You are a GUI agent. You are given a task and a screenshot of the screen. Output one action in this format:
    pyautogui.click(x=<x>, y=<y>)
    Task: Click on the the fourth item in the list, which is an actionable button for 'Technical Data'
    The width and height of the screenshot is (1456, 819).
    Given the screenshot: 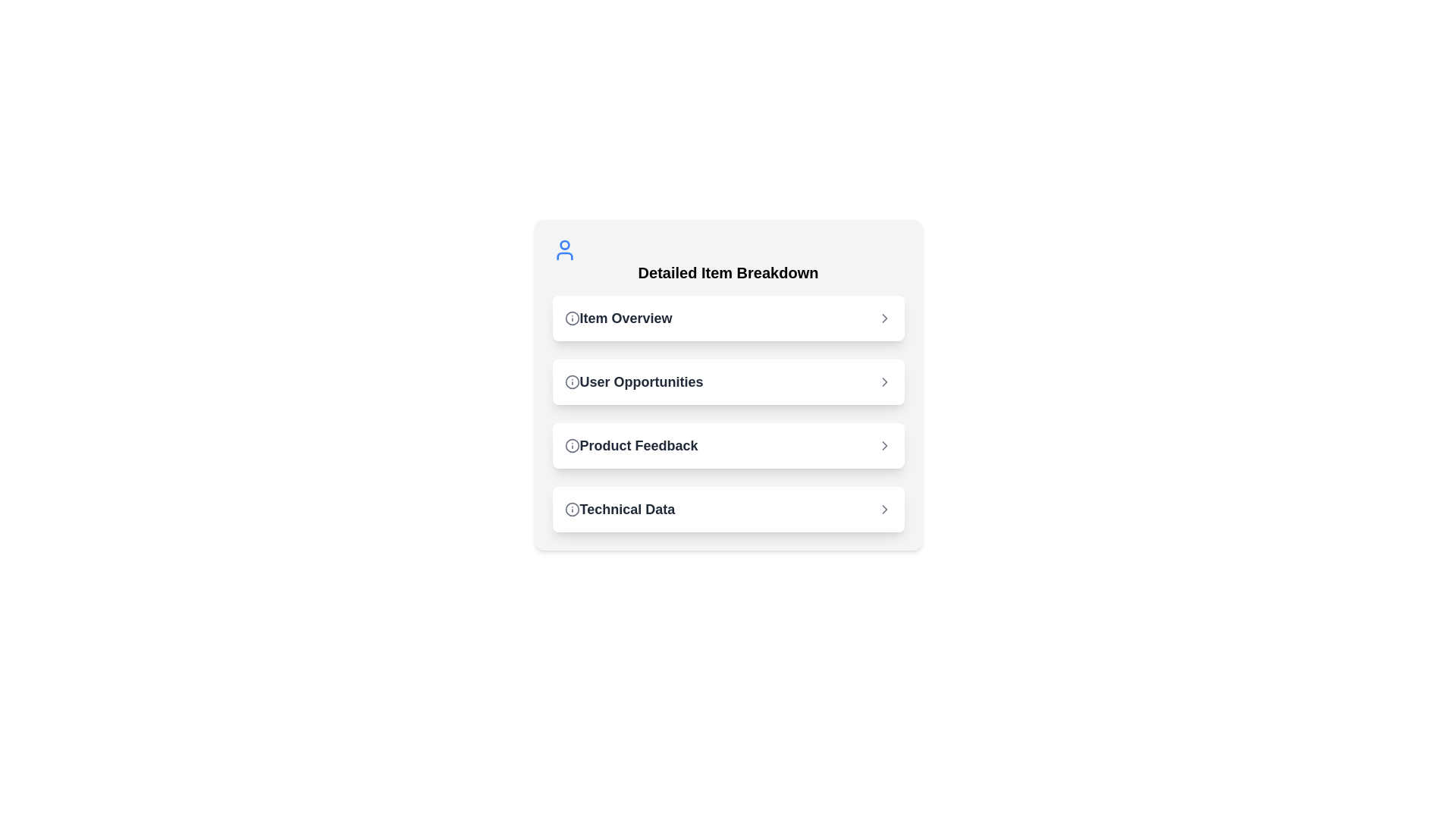 What is the action you would take?
    pyautogui.click(x=728, y=509)
    